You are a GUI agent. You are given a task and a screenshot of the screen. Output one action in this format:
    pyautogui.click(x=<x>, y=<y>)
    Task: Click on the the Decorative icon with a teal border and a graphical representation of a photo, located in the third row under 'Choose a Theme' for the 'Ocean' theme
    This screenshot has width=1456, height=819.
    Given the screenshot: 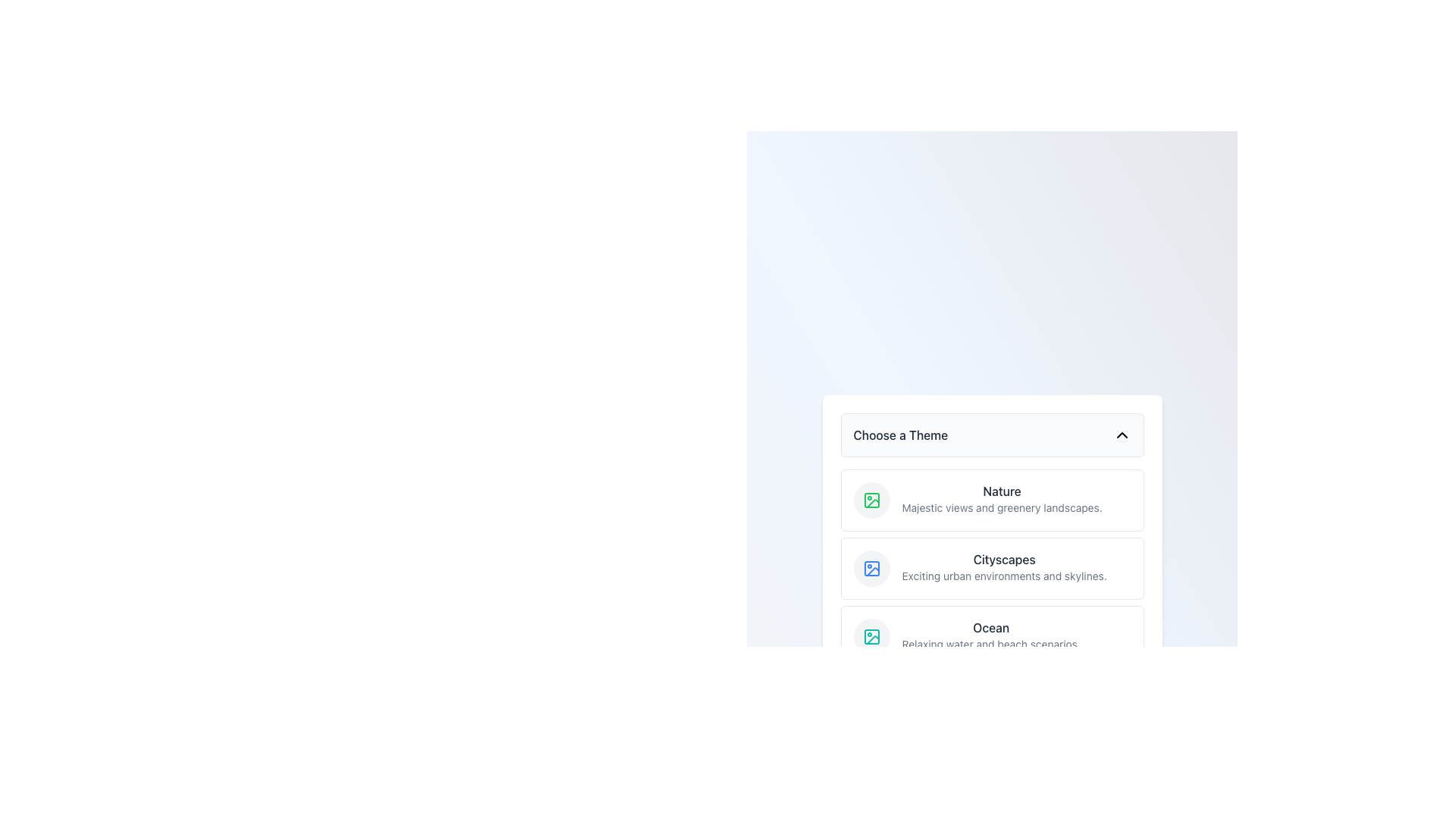 What is the action you would take?
    pyautogui.click(x=871, y=637)
    